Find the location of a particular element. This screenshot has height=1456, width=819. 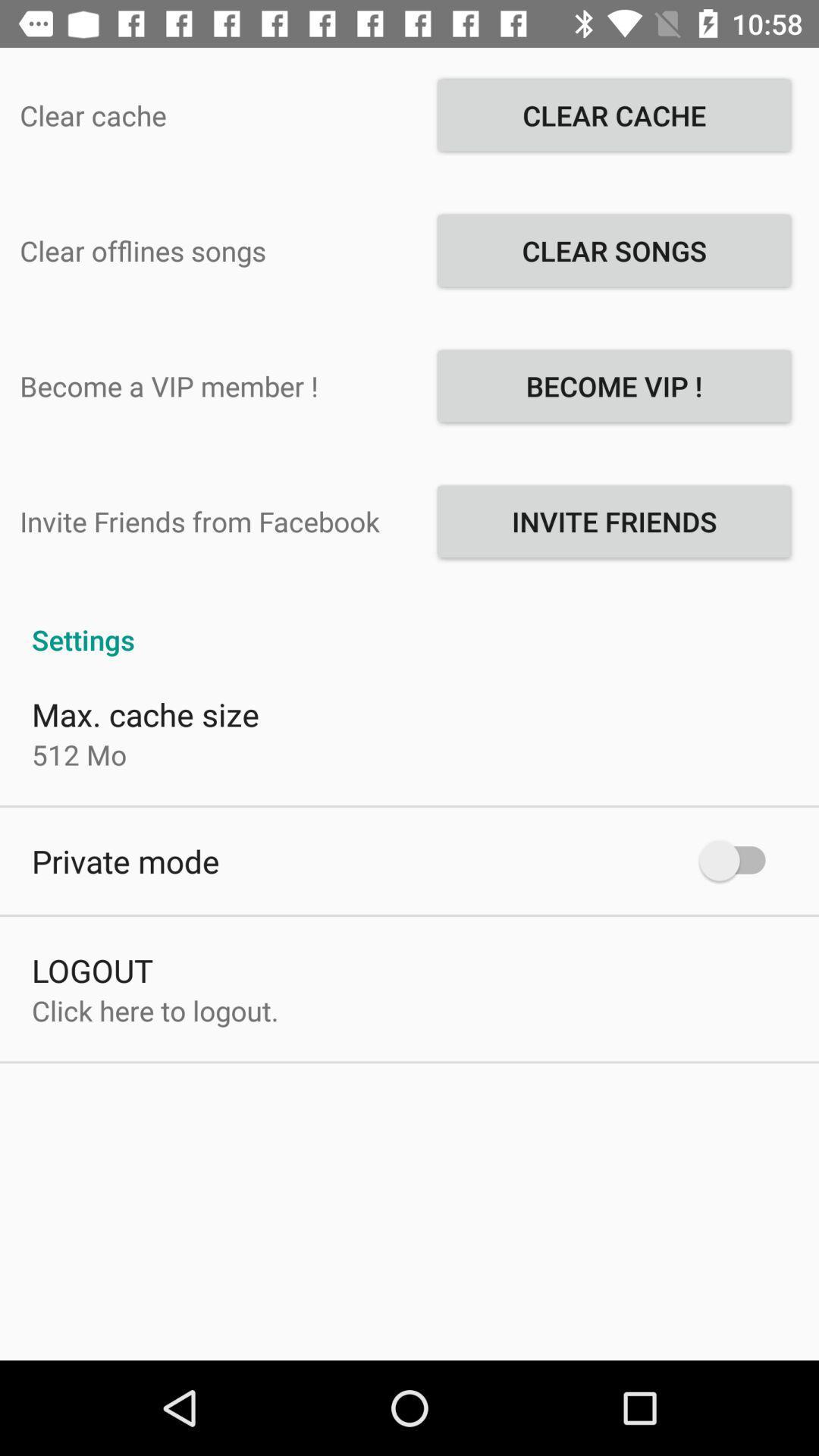

the 512 mo item is located at coordinates (79, 755).